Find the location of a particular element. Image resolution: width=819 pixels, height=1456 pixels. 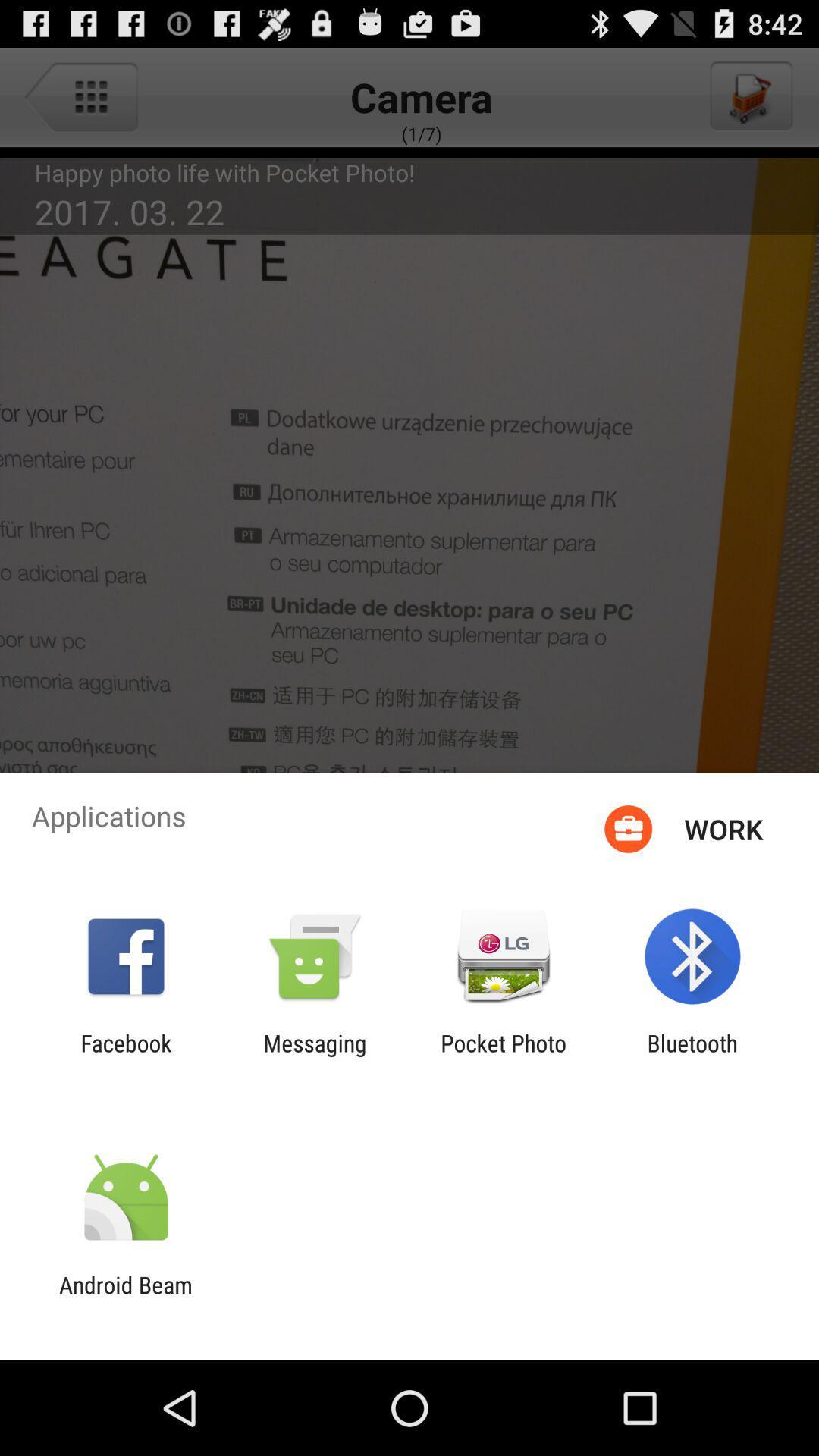

facebook app is located at coordinates (125, 1056).